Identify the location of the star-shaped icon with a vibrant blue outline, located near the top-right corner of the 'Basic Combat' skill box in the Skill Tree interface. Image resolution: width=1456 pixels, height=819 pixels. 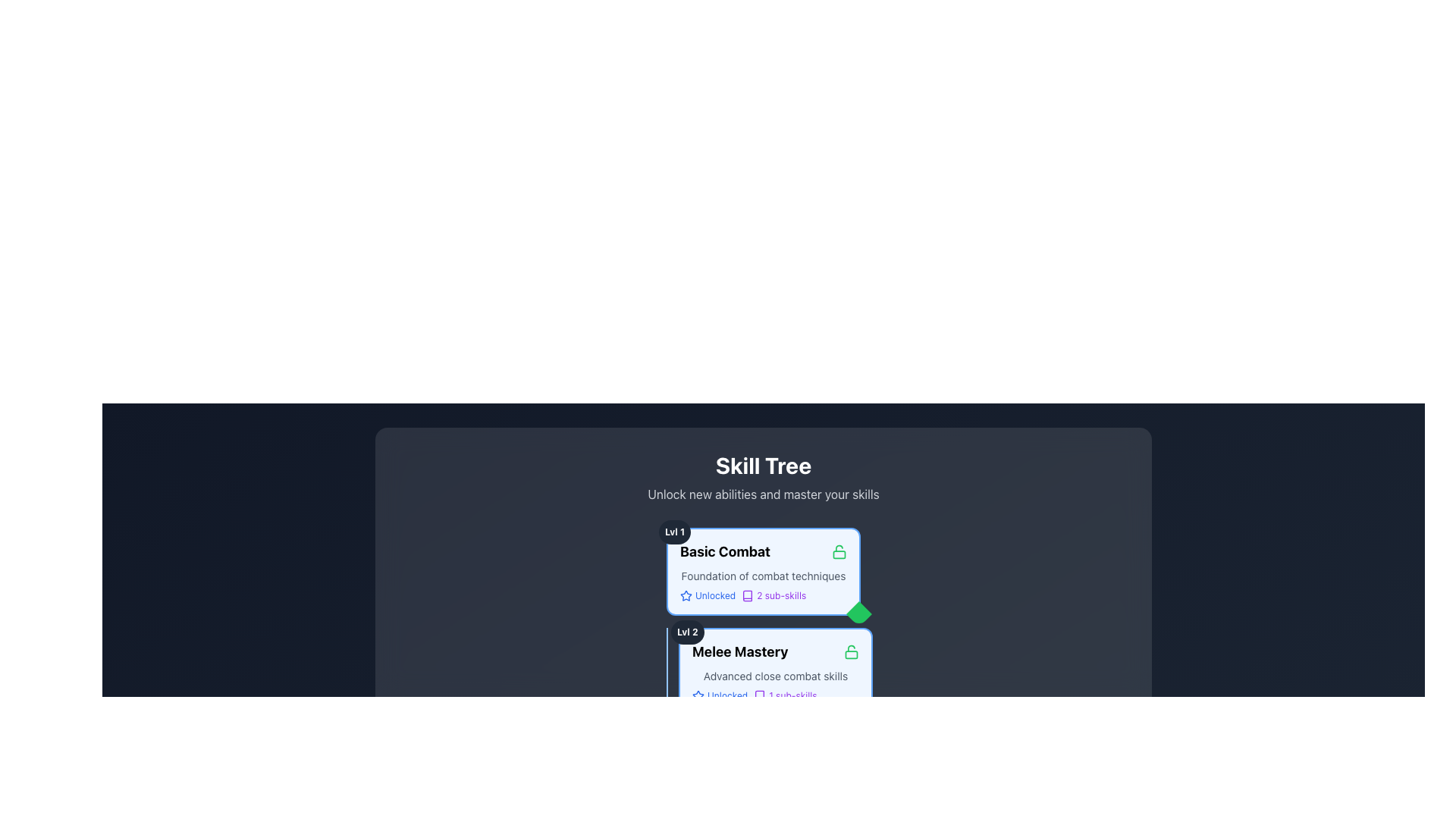
(686, 595).